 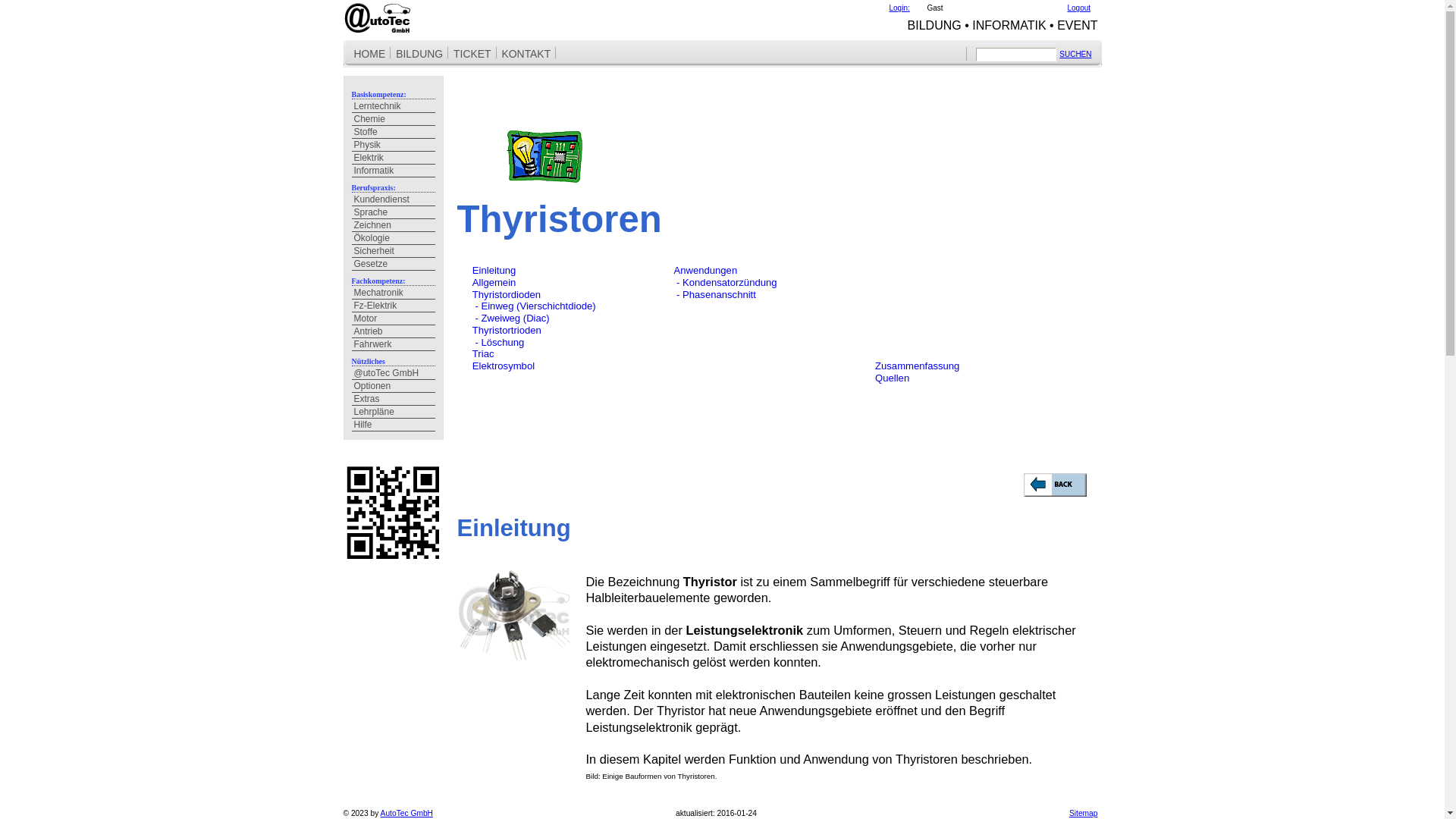 What do you see at coordinates (472, 317) in the screenshot?
I see `' - Zweiweg (Diac)'` at bounding box center [472, 317].